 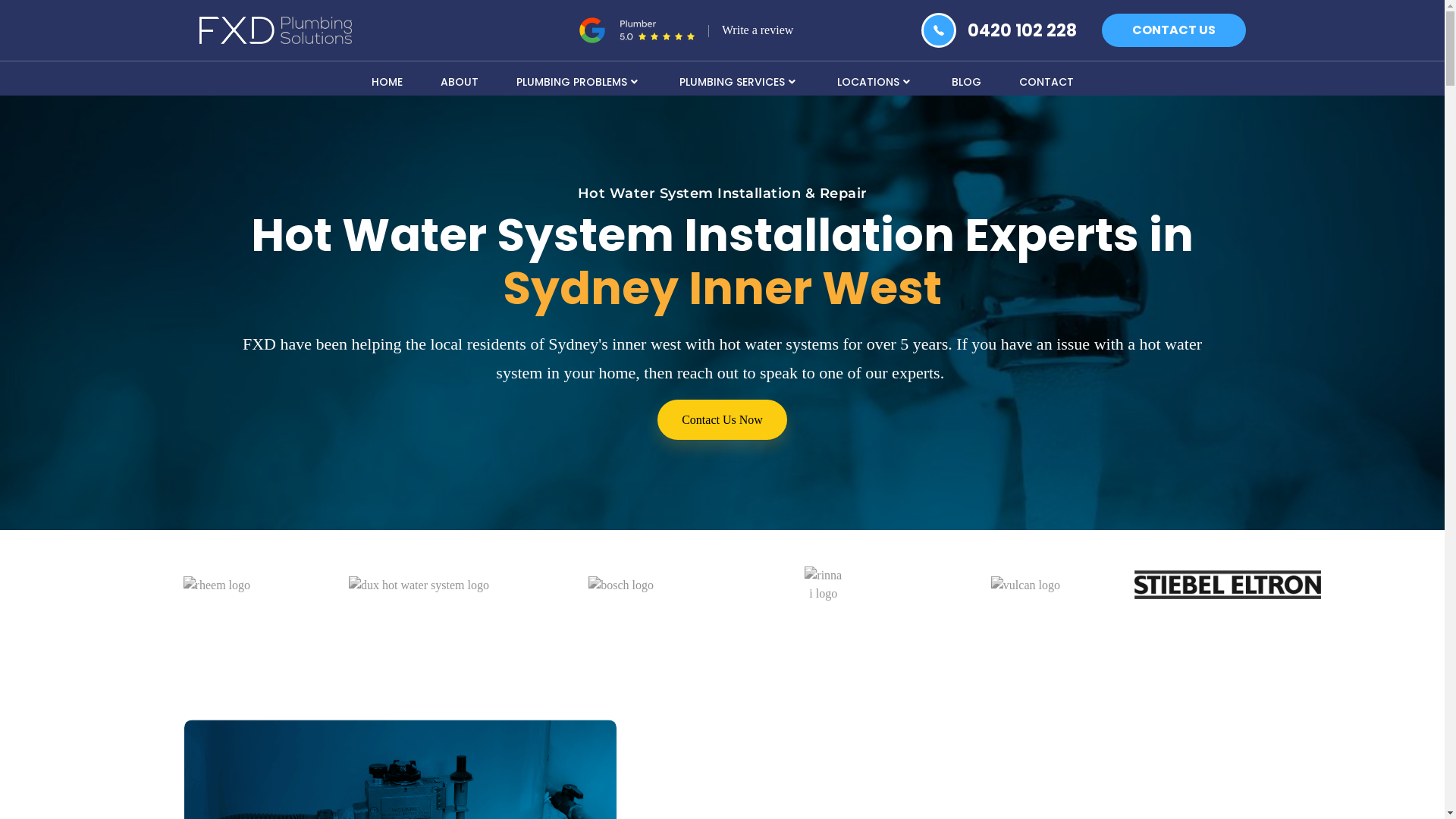 What do you see at coordinates (1172, 30) in the screenshot?
I see `'CONTACT US'` at bounding box center [1172, 30].